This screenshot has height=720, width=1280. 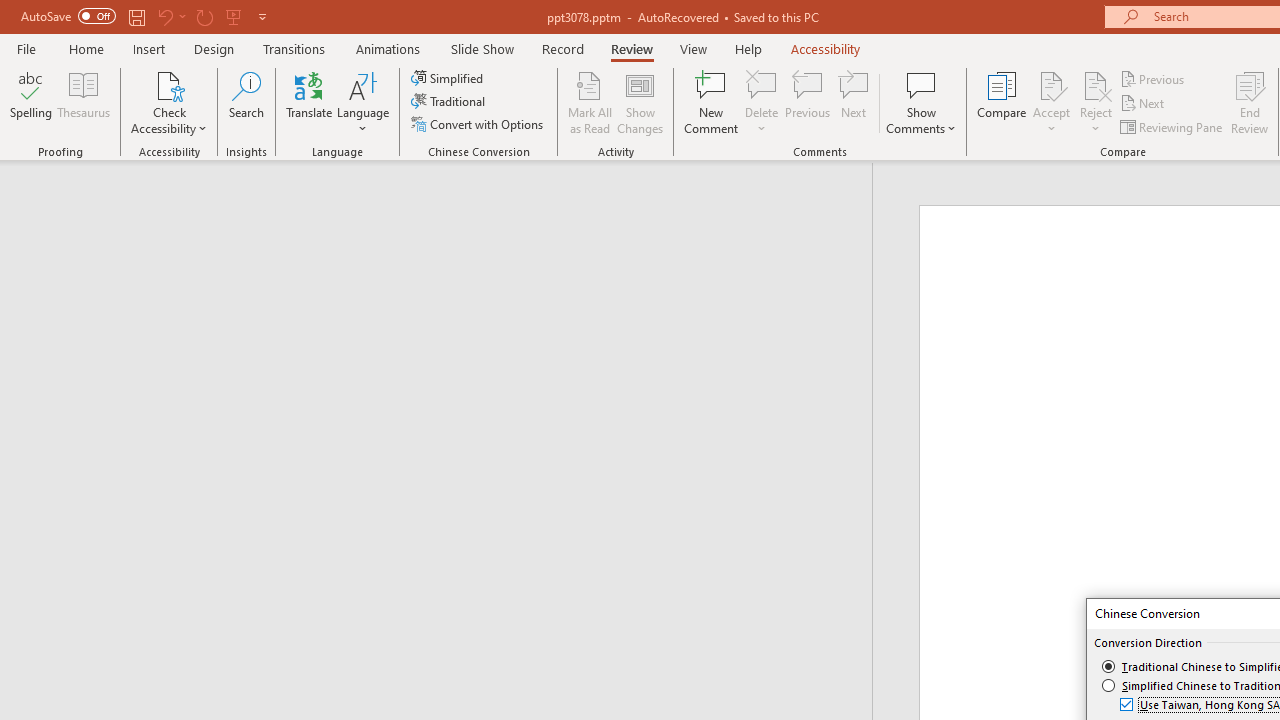 What do you see at coordinates (448, 77) in the screenshot?
I see `'Simplified'` at bounding box center [448, 77].